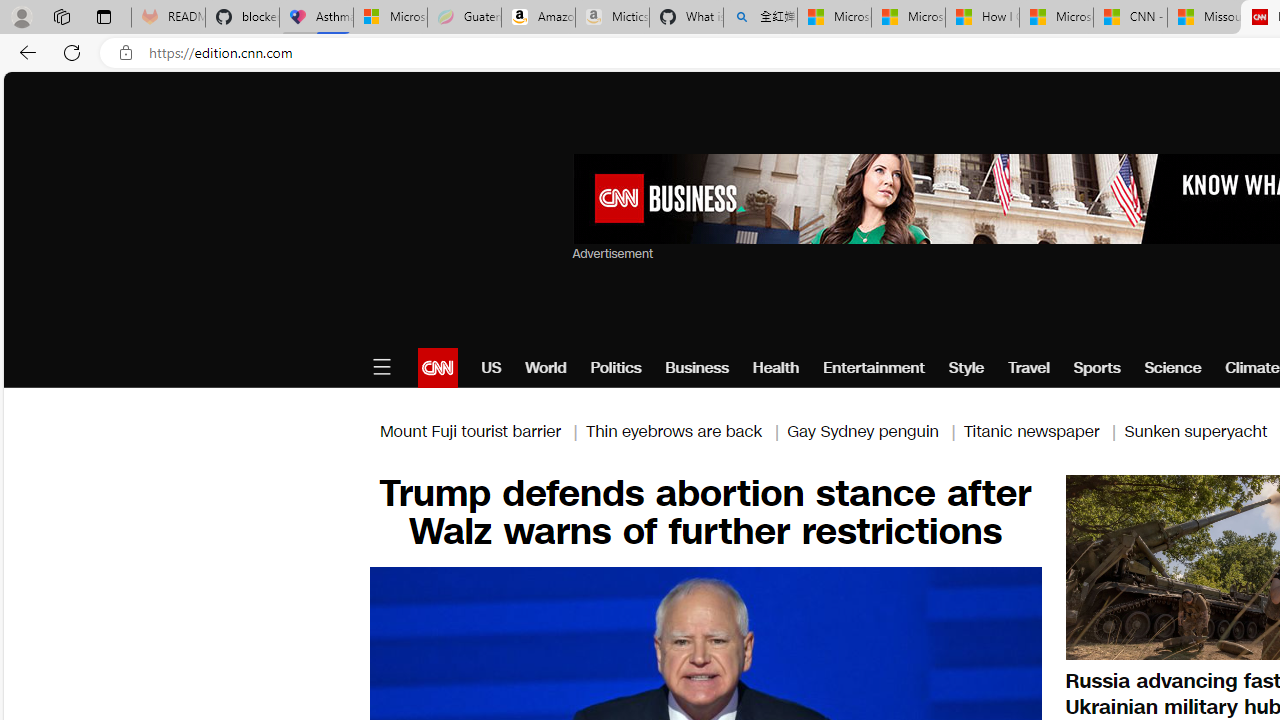 This screenshot has height=720, width=1280. I want to click on 'CNN logo', so click(436, 367).